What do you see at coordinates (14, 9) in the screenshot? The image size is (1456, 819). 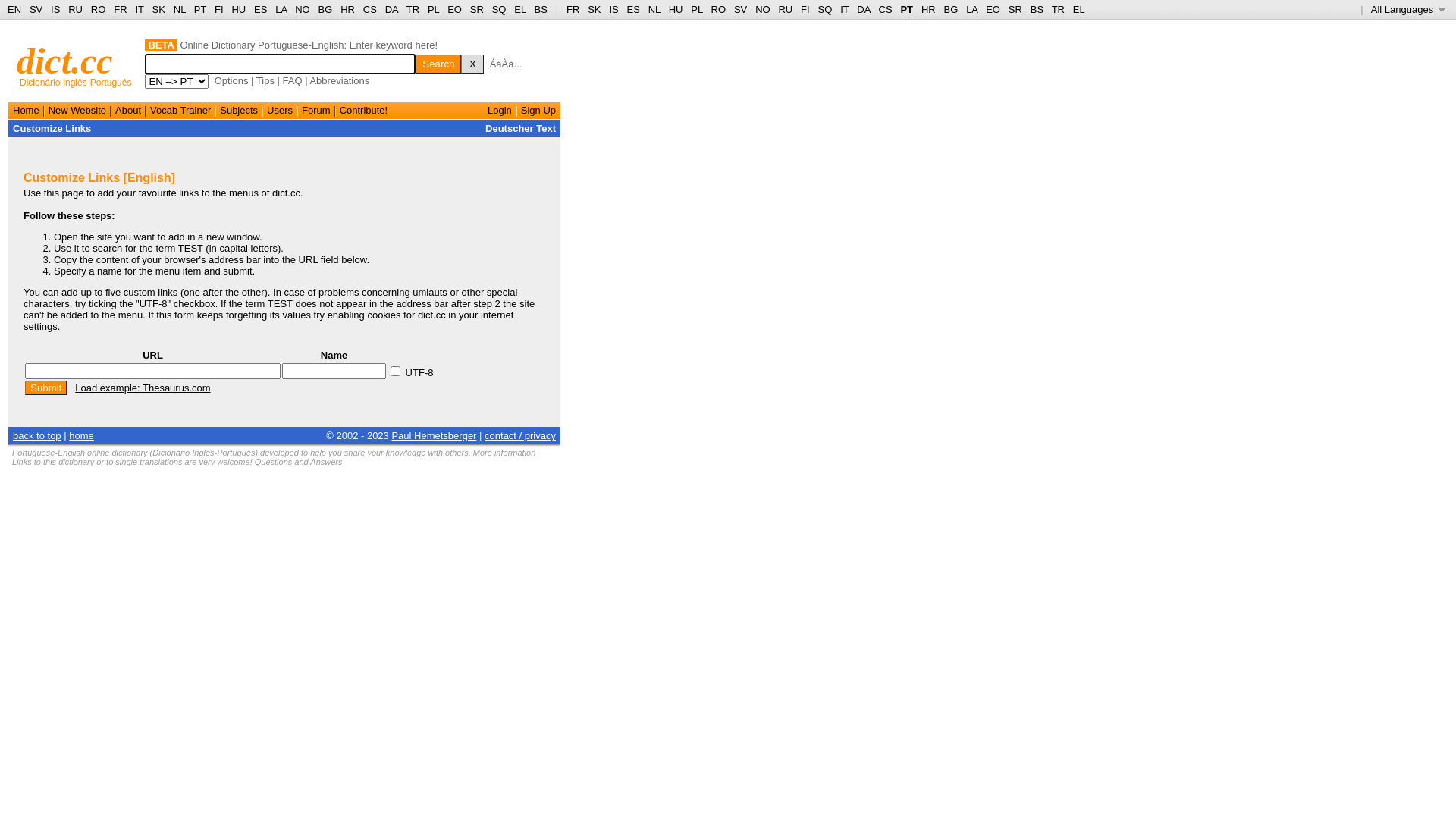 I see `'EN'` at bounding box center [14, 9].